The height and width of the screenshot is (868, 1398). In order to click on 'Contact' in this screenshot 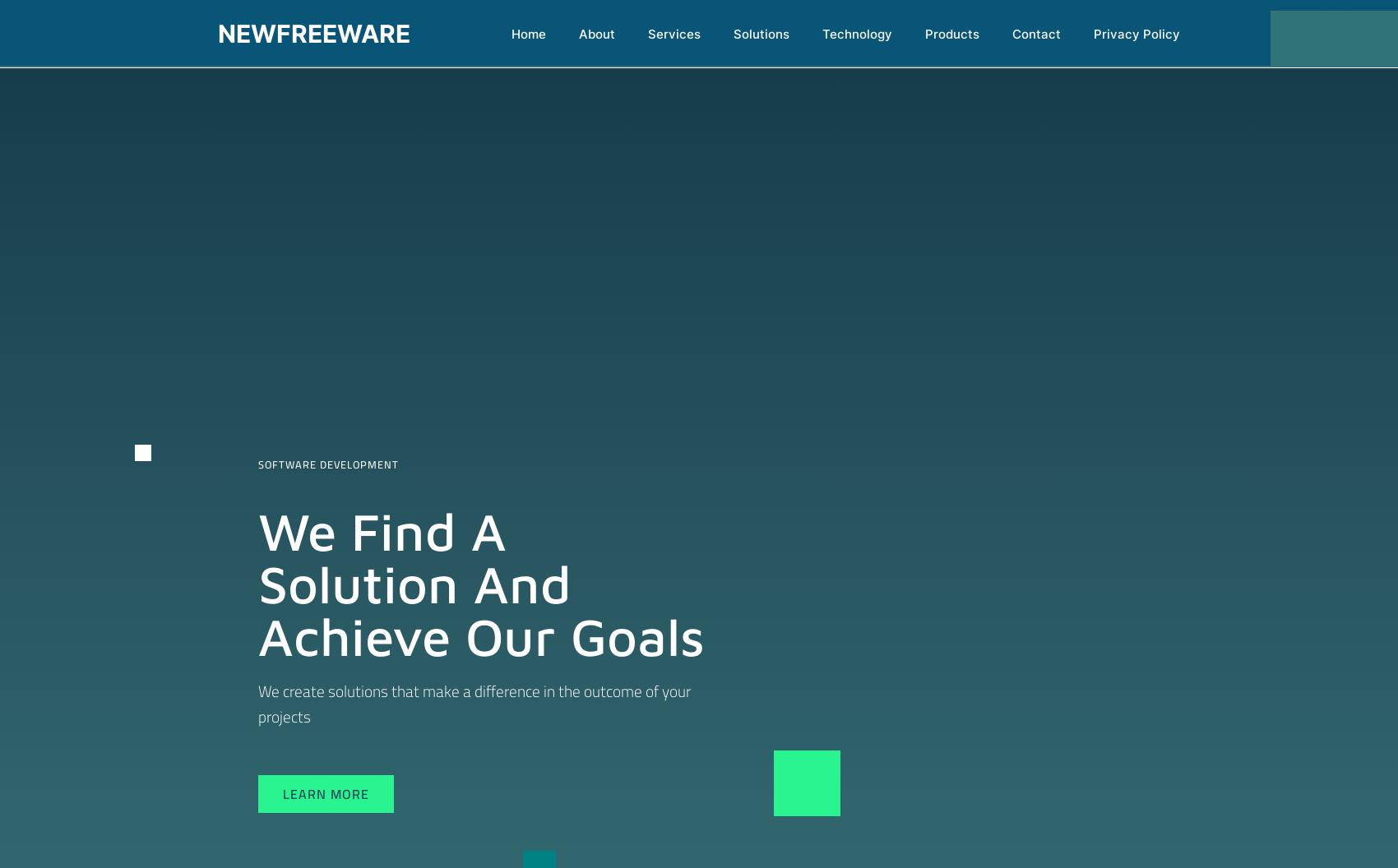, I will do `click(1035, 34)`.